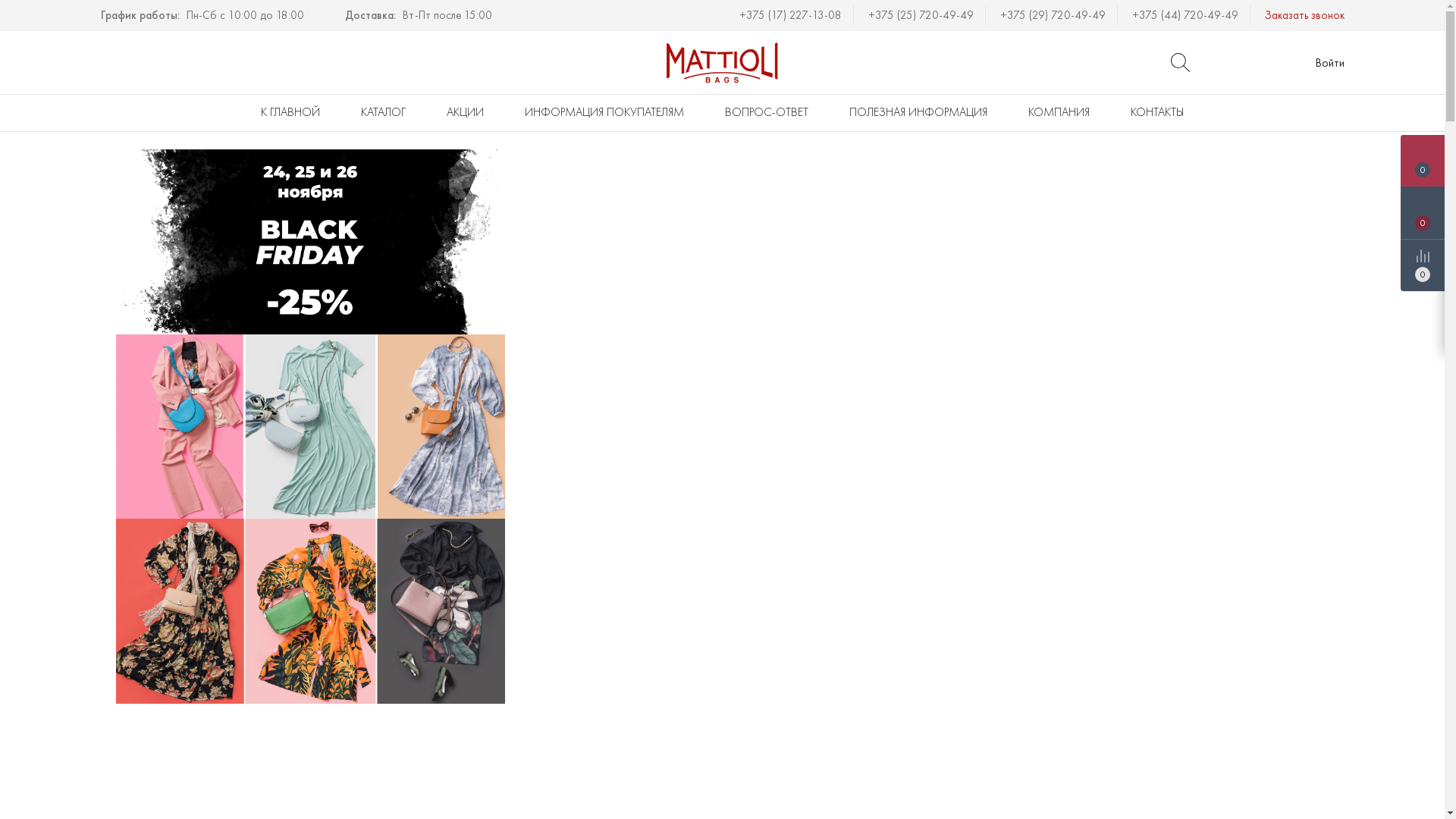  Describe the element at coordinates (795, 15) in the screenshot. I see `'+375 (17) 227-13-08'` at that location.